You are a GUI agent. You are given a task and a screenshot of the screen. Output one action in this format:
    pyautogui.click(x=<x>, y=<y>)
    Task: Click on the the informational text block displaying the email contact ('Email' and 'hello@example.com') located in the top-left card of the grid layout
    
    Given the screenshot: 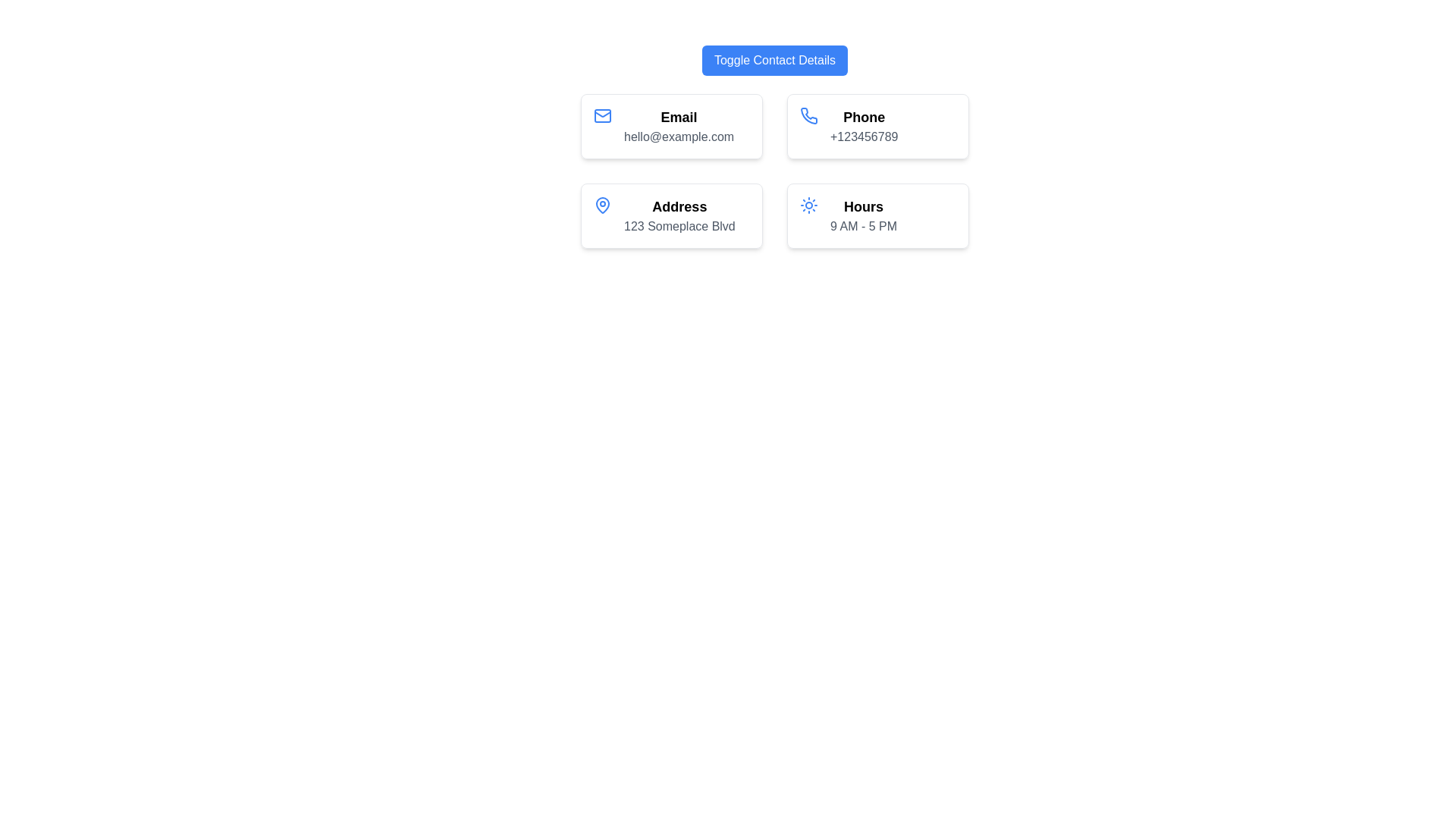 What is the action you would take?
    pyautogui.click(x=678, y=125)
    